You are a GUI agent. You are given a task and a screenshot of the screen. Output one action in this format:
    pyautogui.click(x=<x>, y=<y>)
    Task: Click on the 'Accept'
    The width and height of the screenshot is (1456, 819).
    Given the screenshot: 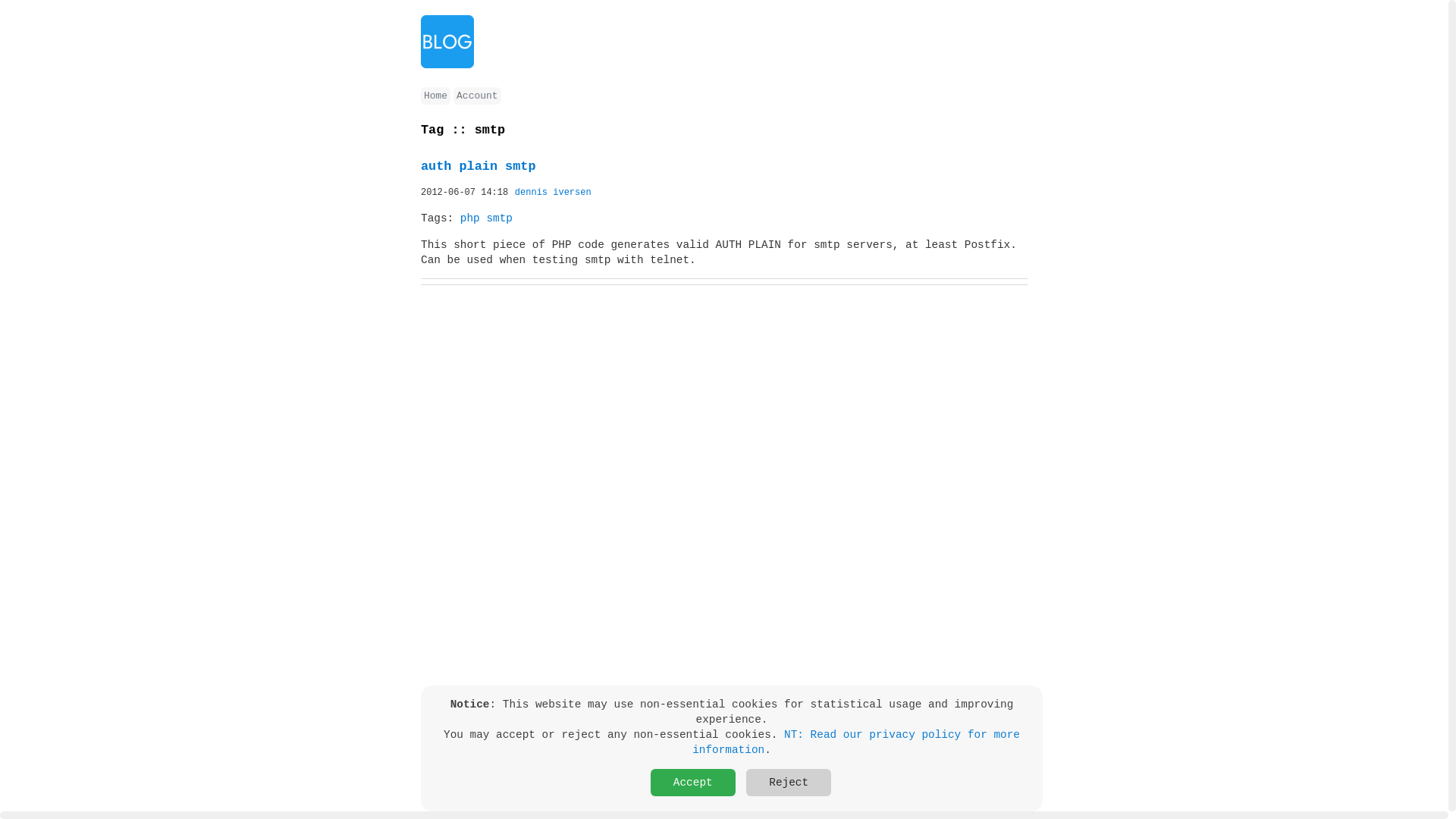 What is the action you would take?
    pyautogui.click(x=692, y=783)
    